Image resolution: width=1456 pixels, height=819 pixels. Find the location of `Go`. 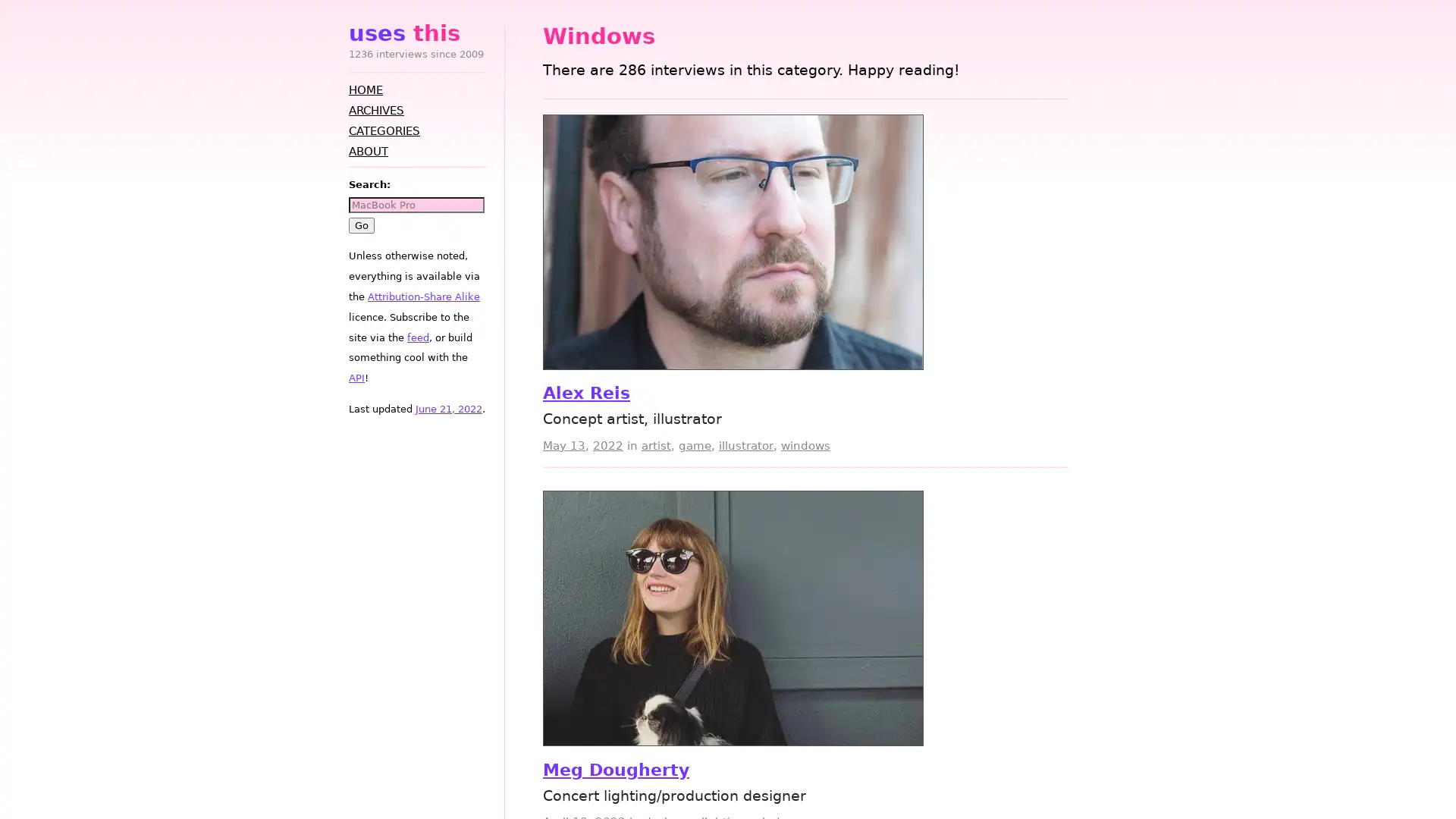

Go is located at coordinates (360, 224).